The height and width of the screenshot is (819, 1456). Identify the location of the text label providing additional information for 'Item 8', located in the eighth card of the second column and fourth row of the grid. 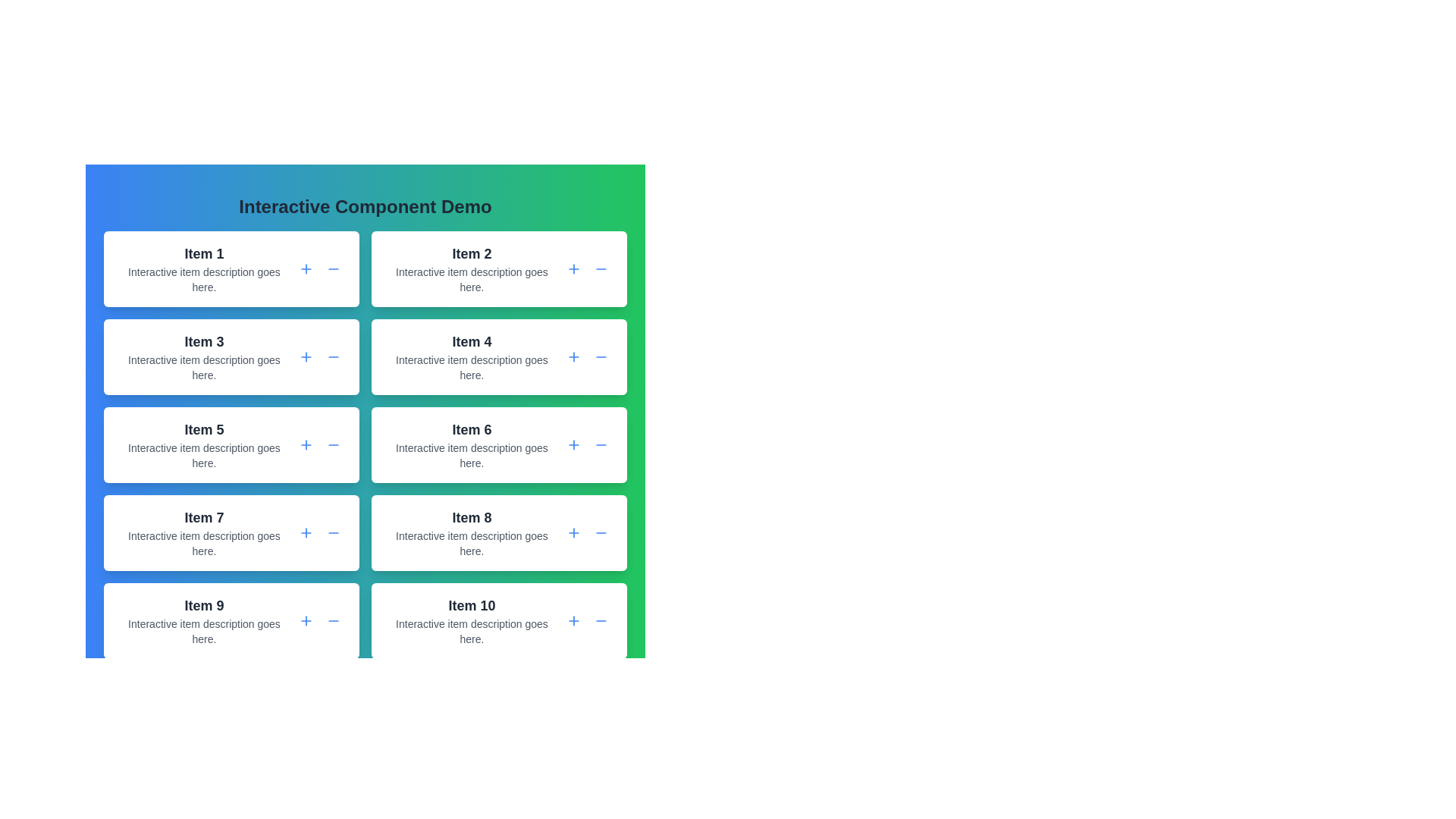
(471, 543).